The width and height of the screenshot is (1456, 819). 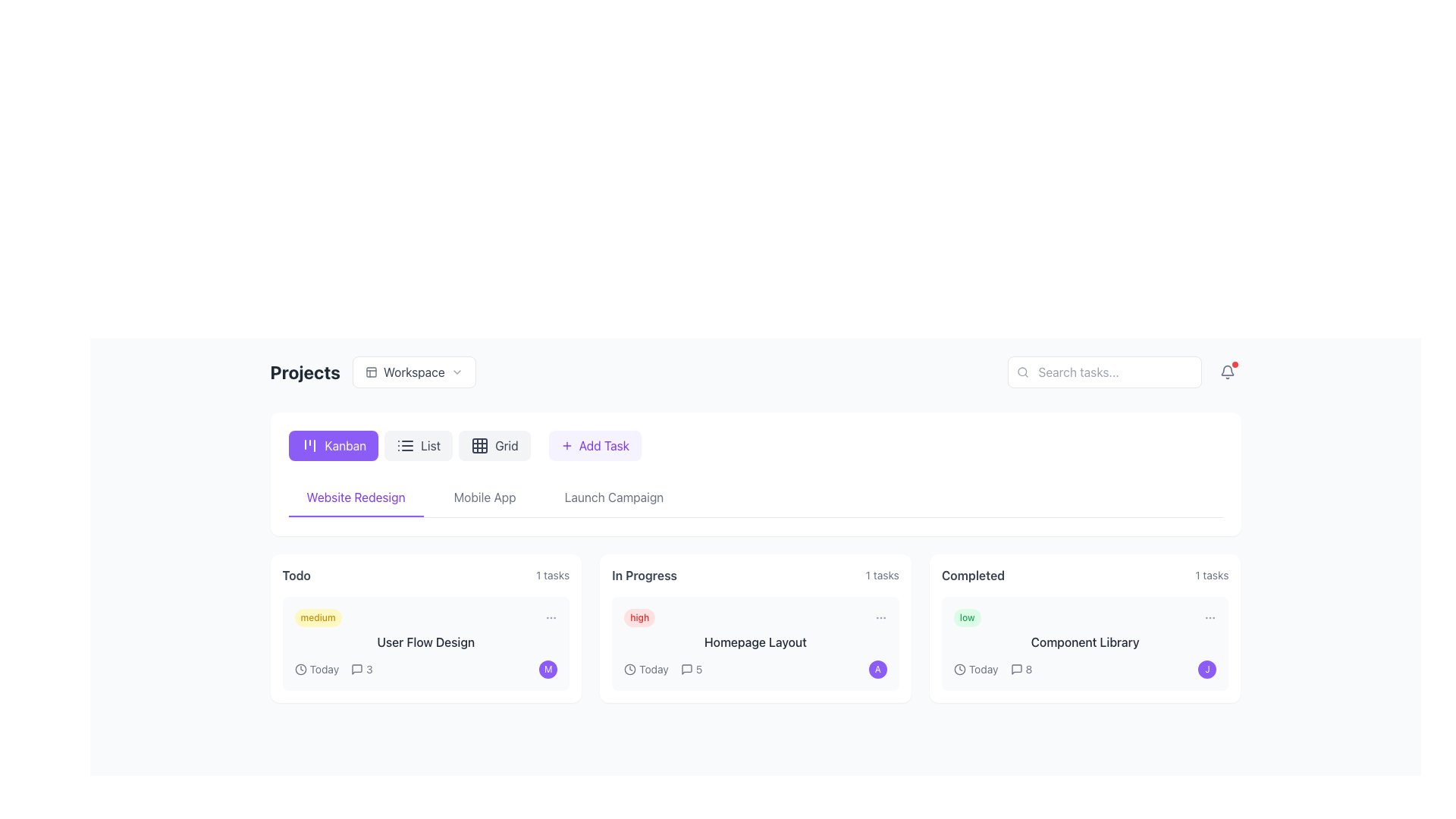 I want to click on the comment count text in the 'Todo' card of the 'Website Redesign' Kanban board, so click(x=369, y=669).